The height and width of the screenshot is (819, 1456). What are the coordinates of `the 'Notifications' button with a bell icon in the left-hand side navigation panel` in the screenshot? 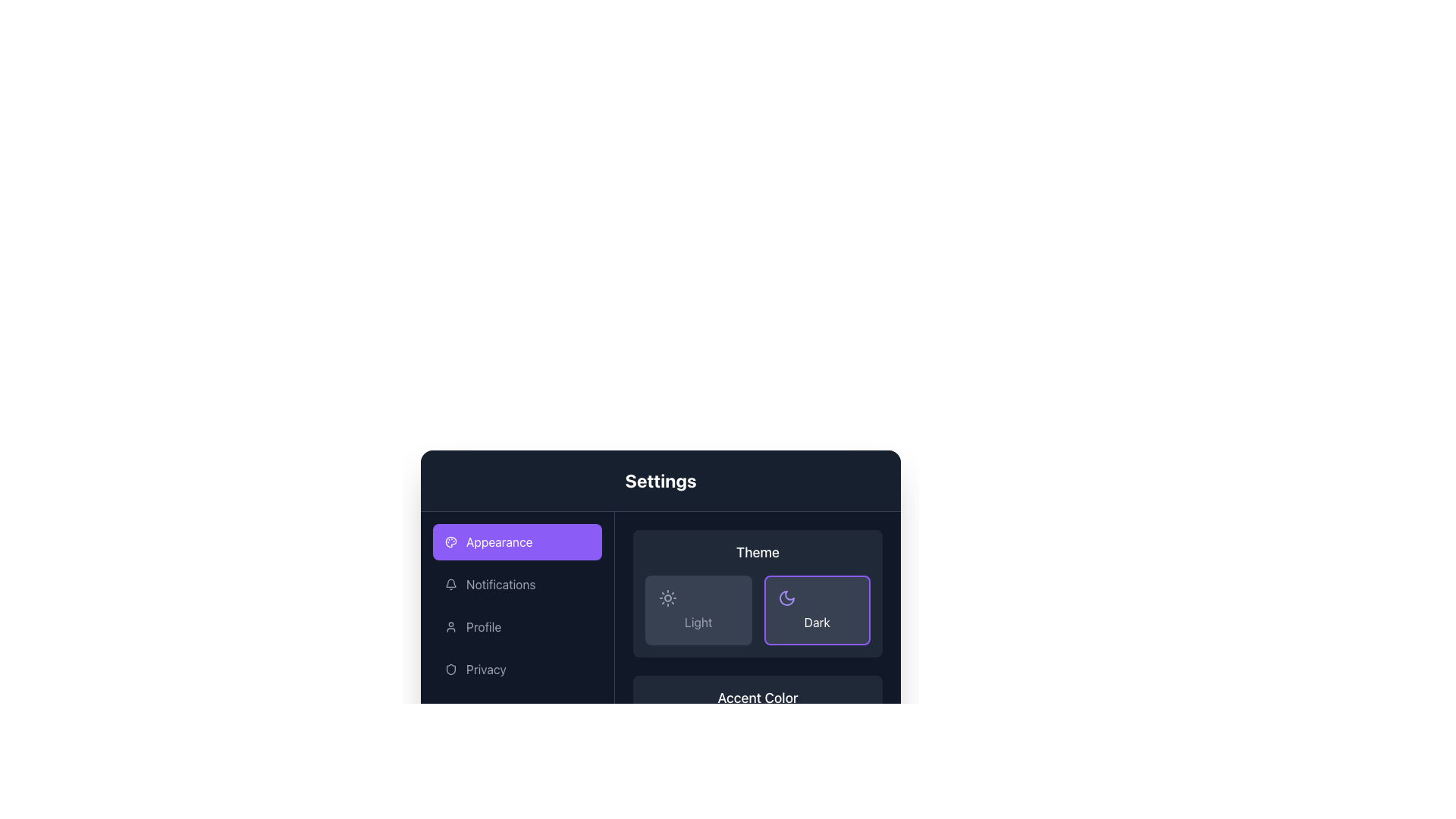 It's located at (517, 584).